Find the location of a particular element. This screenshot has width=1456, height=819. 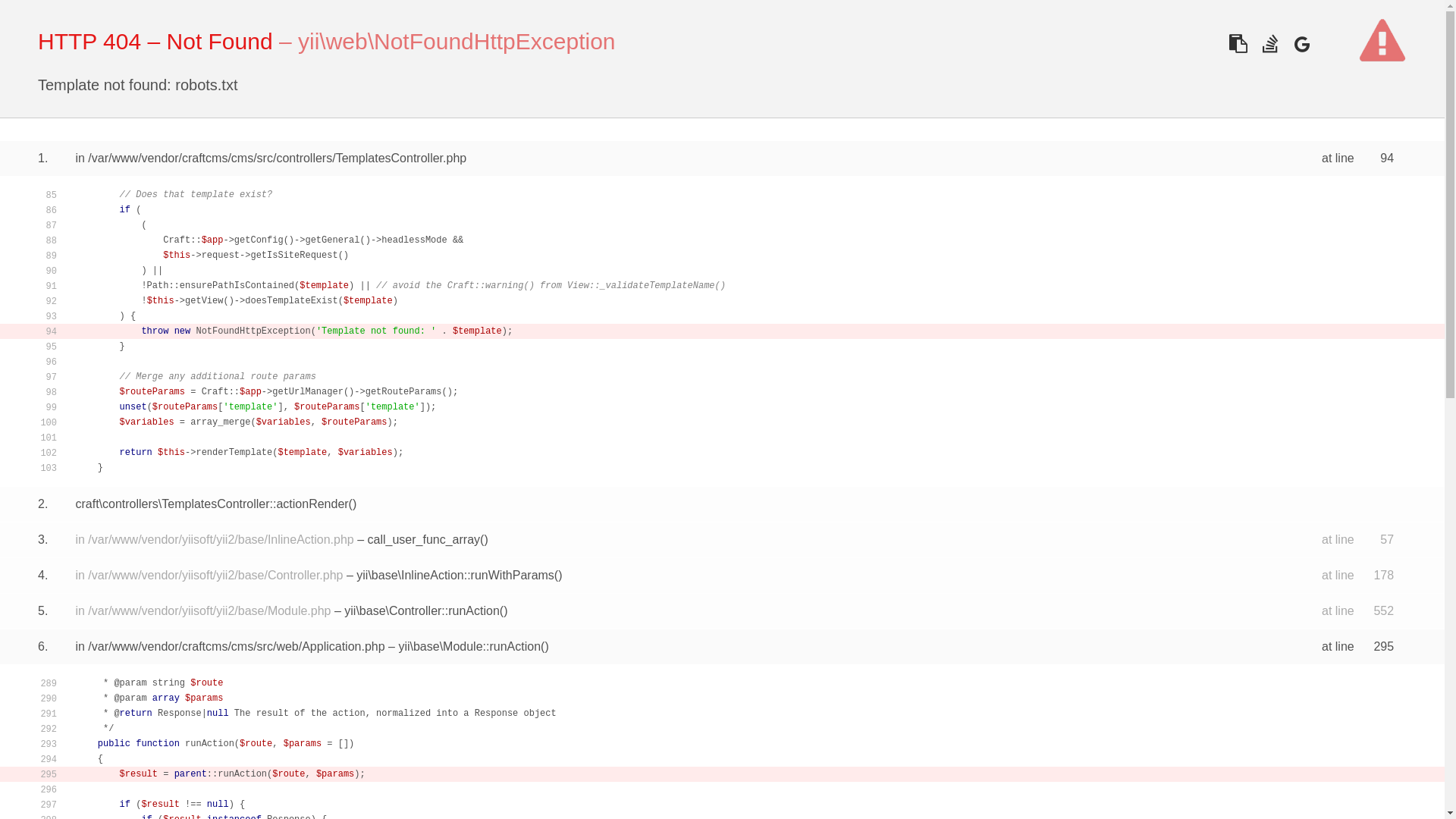

'yii\web\NotFoundHttpException' is located at coordinates (456, 40).